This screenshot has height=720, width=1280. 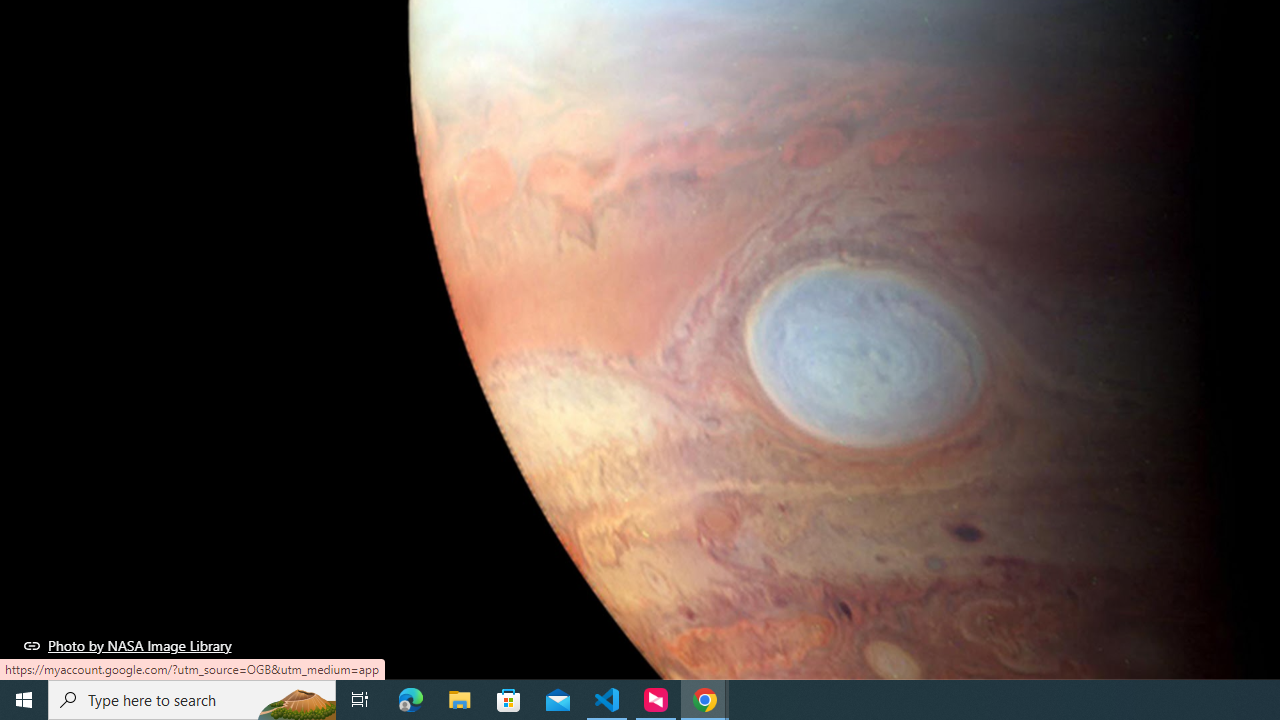 I want to click on 'Photo by NASA Image Library', so click(x=127, y=645).